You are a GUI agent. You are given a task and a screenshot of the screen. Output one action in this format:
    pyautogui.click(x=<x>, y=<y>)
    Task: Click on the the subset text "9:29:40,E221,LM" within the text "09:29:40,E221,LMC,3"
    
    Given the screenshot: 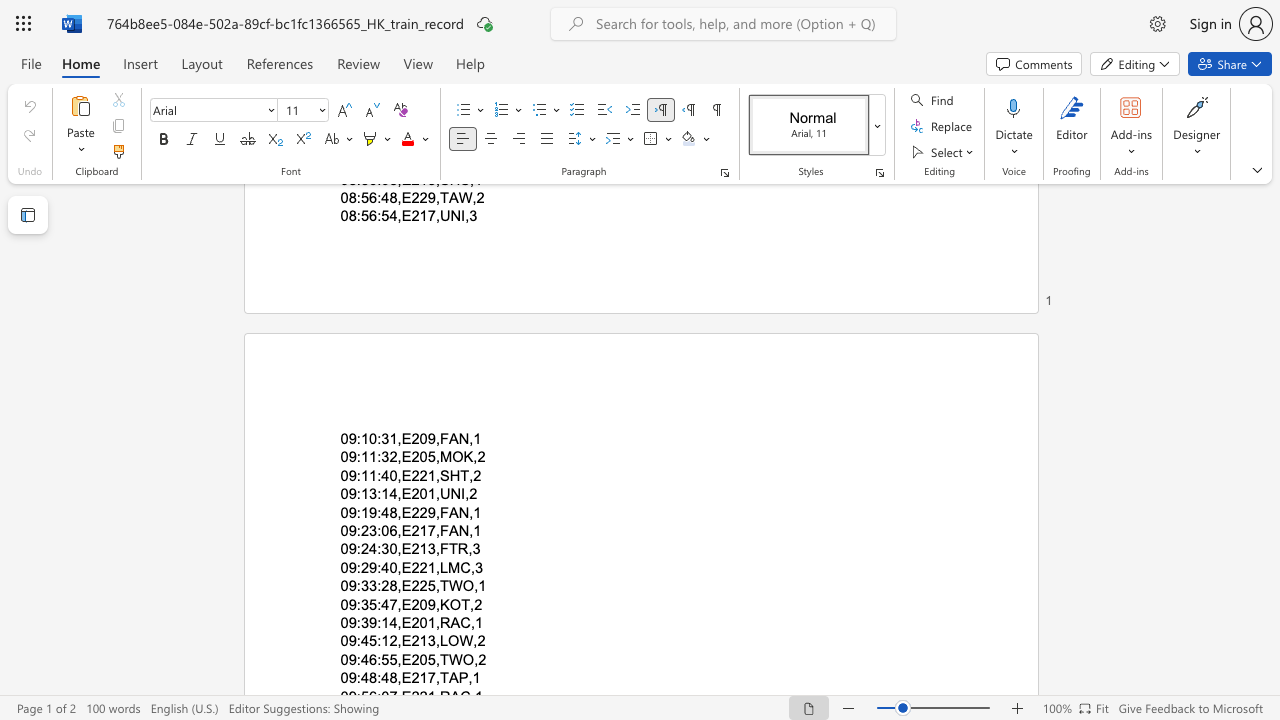 What is the action you would take?
    pyautogui.click(x=348, y=567)
    